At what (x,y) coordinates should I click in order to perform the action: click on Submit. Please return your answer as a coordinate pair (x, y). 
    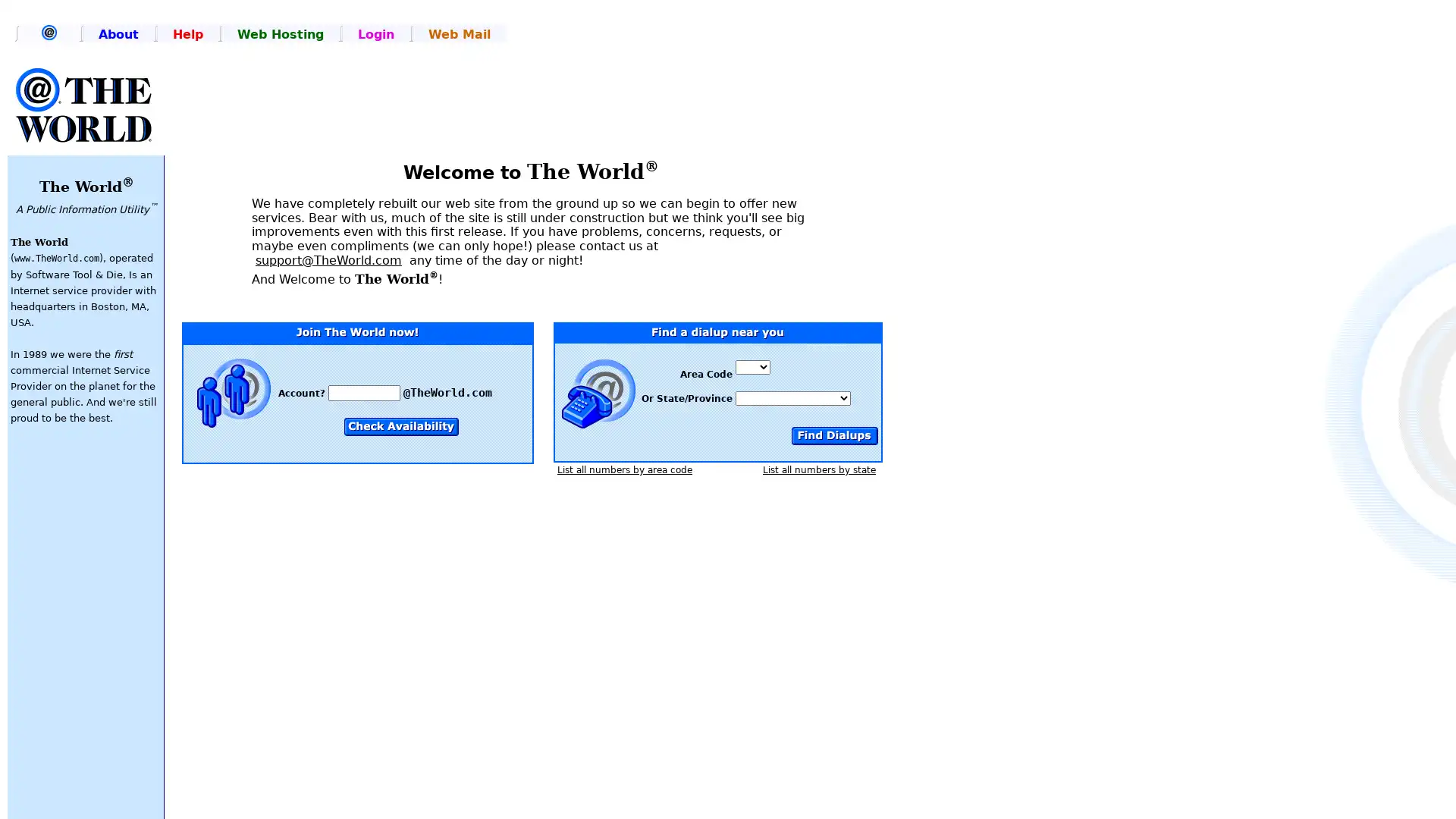
    Looking at the image, I should click on (833, 435).